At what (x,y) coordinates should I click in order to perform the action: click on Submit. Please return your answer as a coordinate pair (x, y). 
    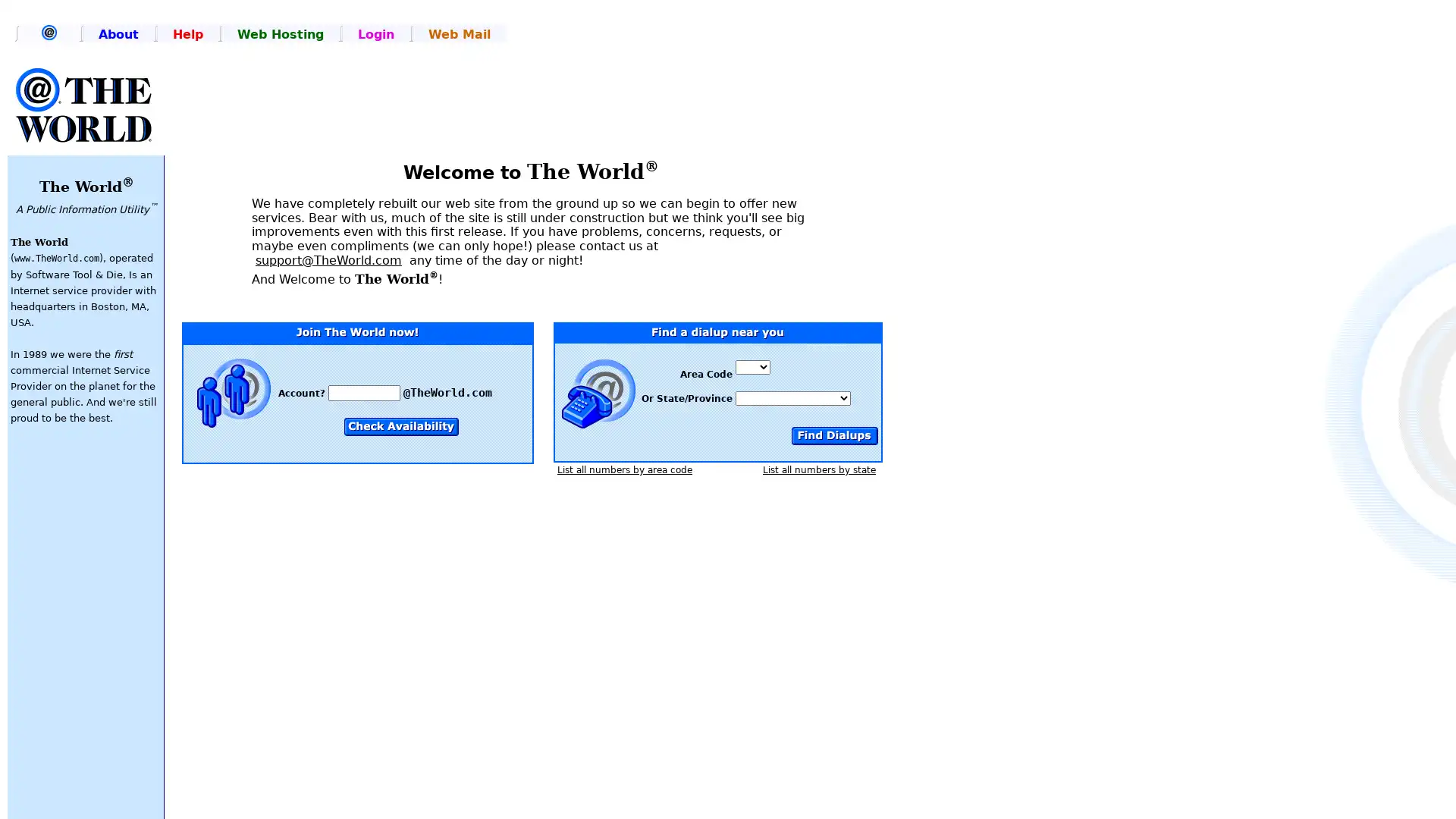
    Looking at the image, I should click on (833, 435).